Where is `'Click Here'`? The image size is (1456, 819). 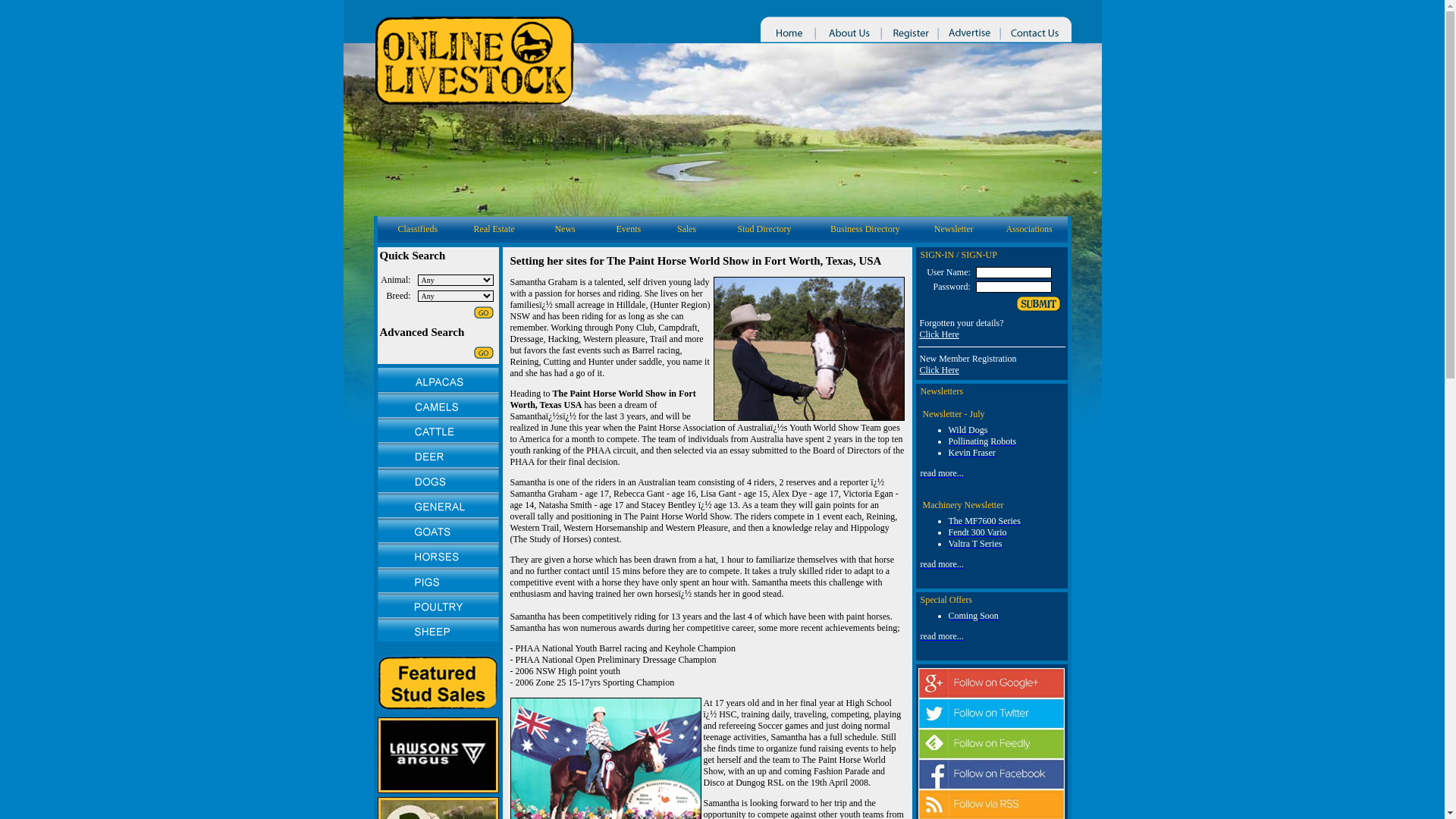 'Click Here' is located at coordinates (938, 333).